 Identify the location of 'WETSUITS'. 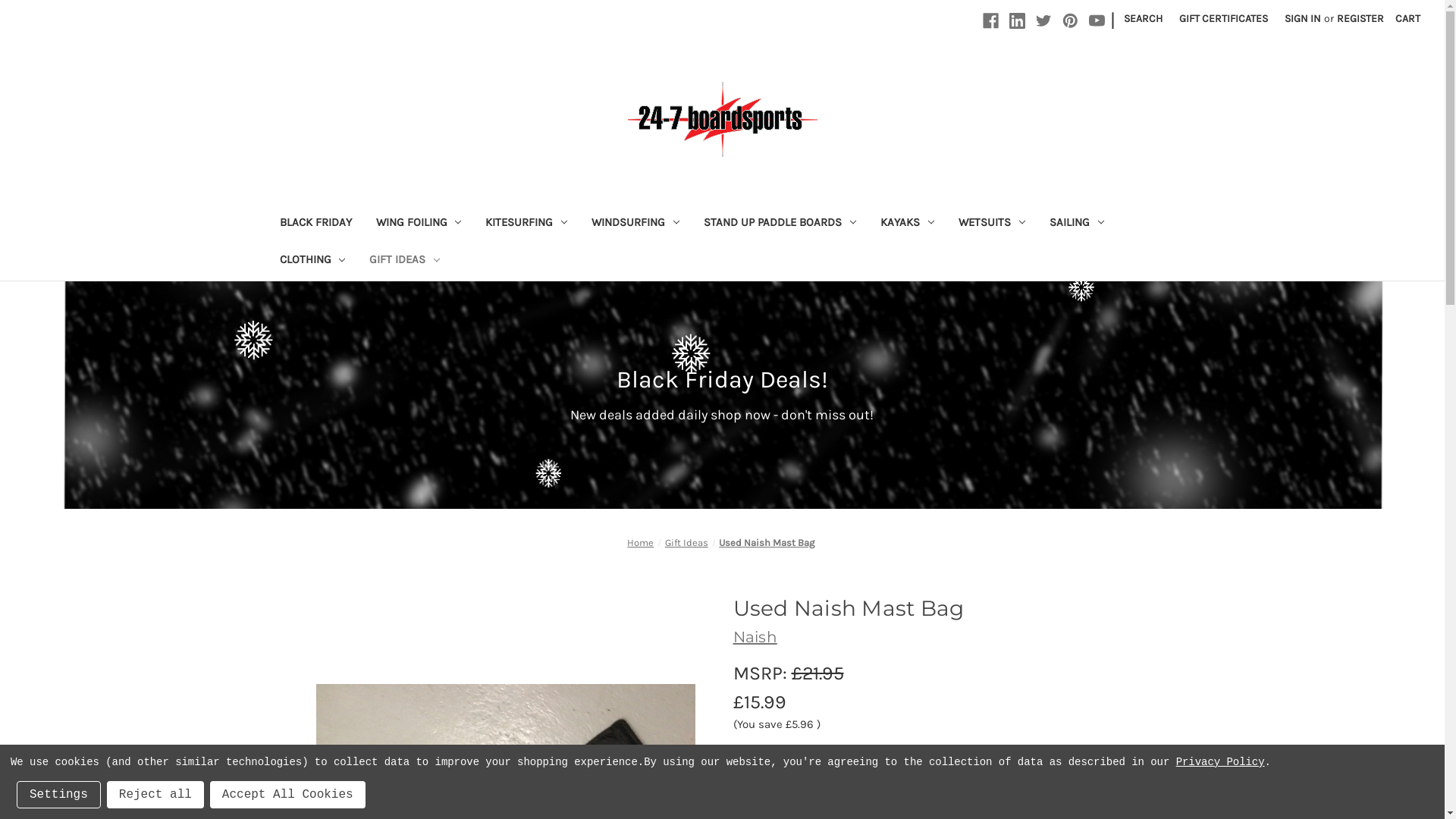
(946, 224).